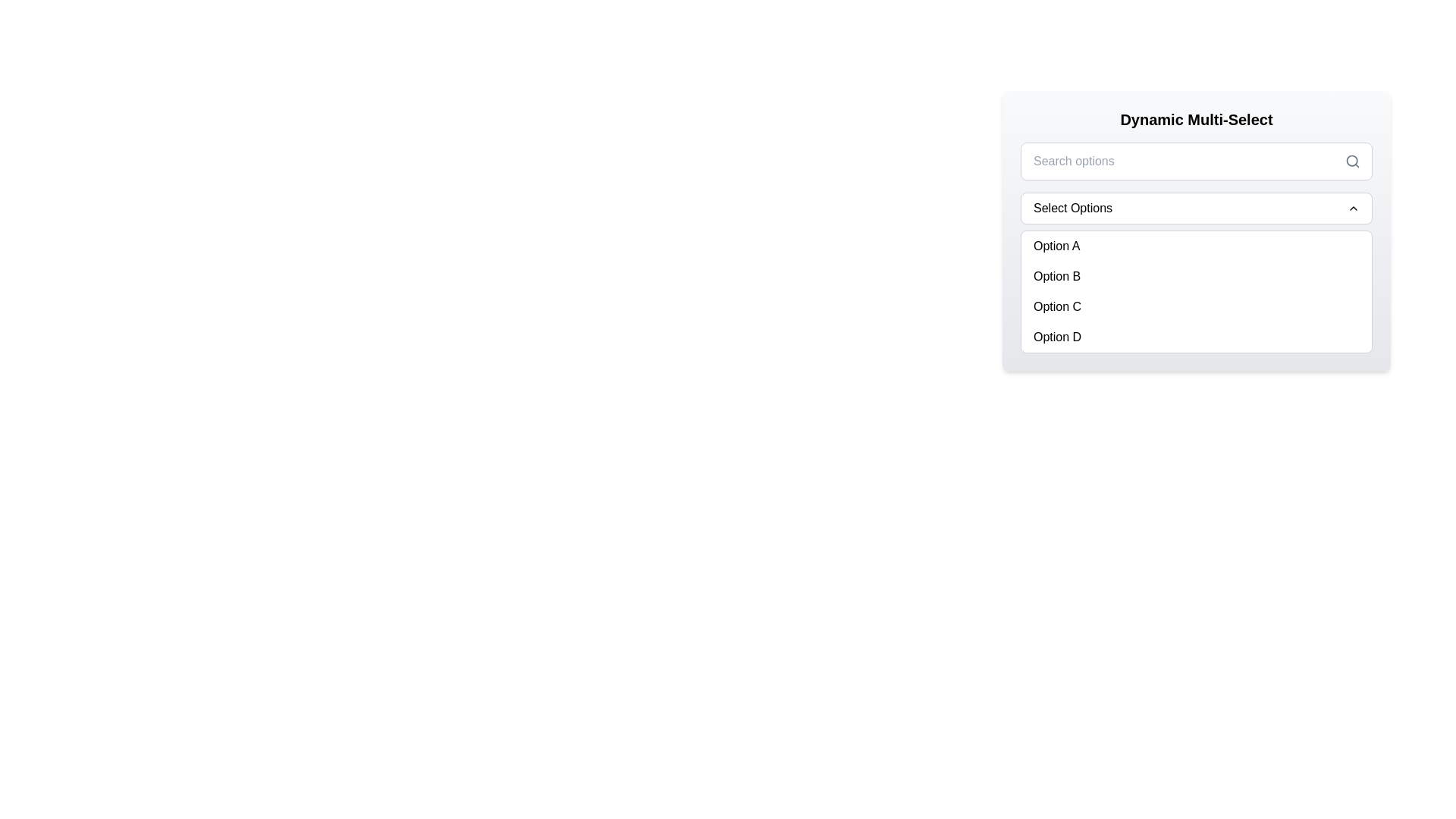 The image size is (1456, 819). Describe the element at coordinates (1196, 307) in the screenshot. I see `the list item labeled 'Option C' within the dropdown menu` at that location.